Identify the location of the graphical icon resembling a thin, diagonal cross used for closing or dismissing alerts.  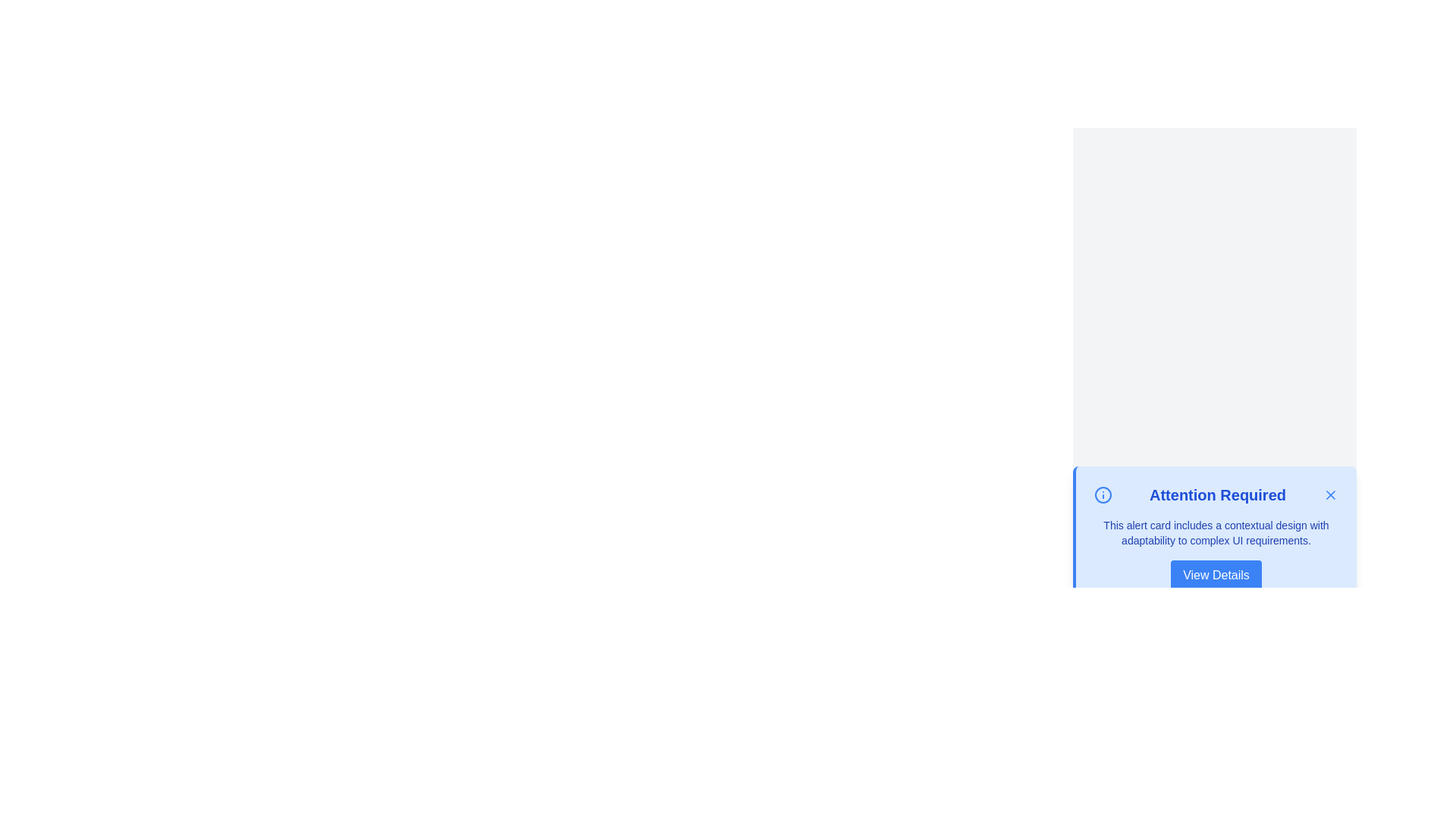
(1330, 494).